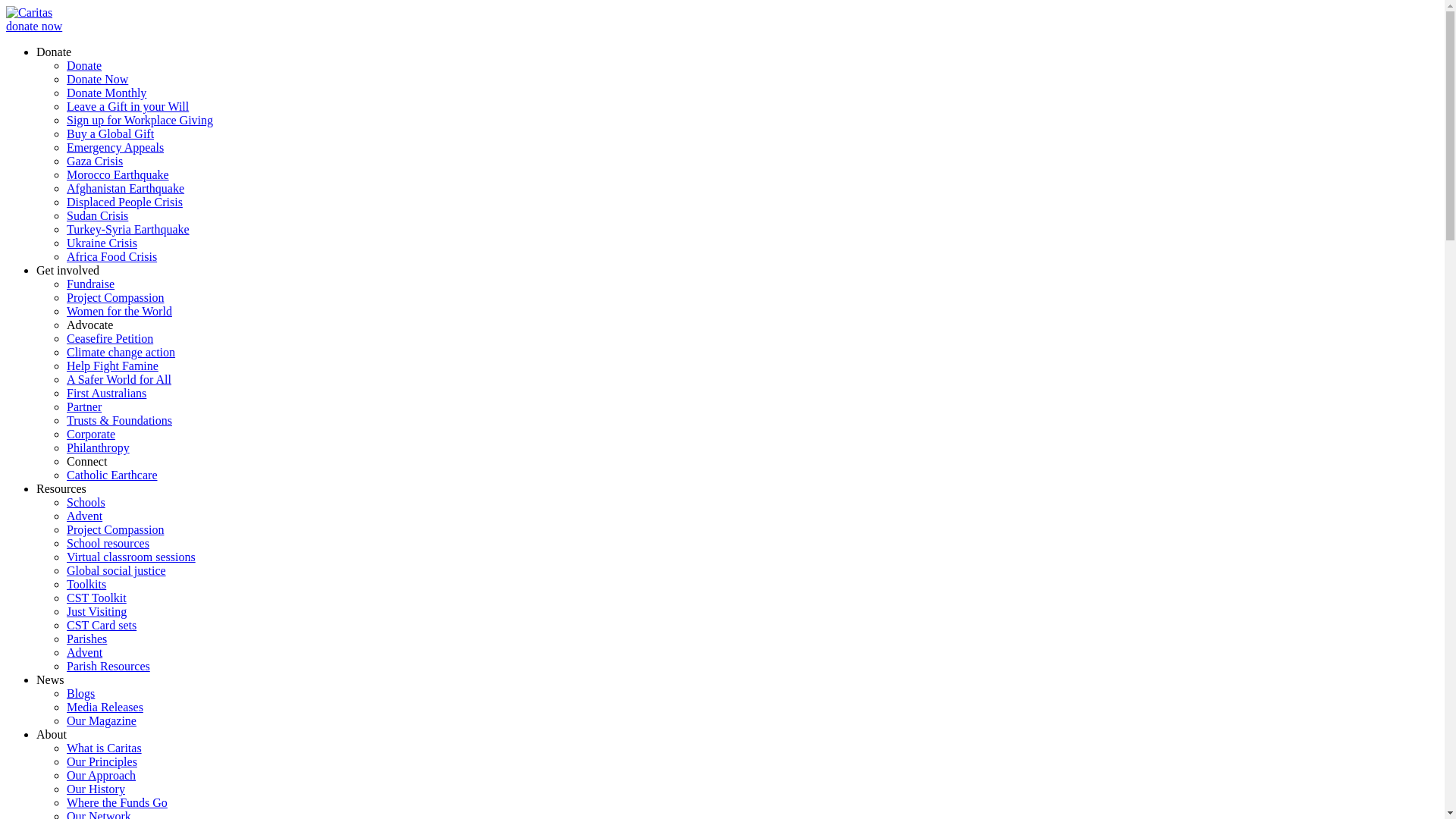  Describe the element at coordinates (108, 665) in the screenshot. I see `'Parish Resources'` at that location.